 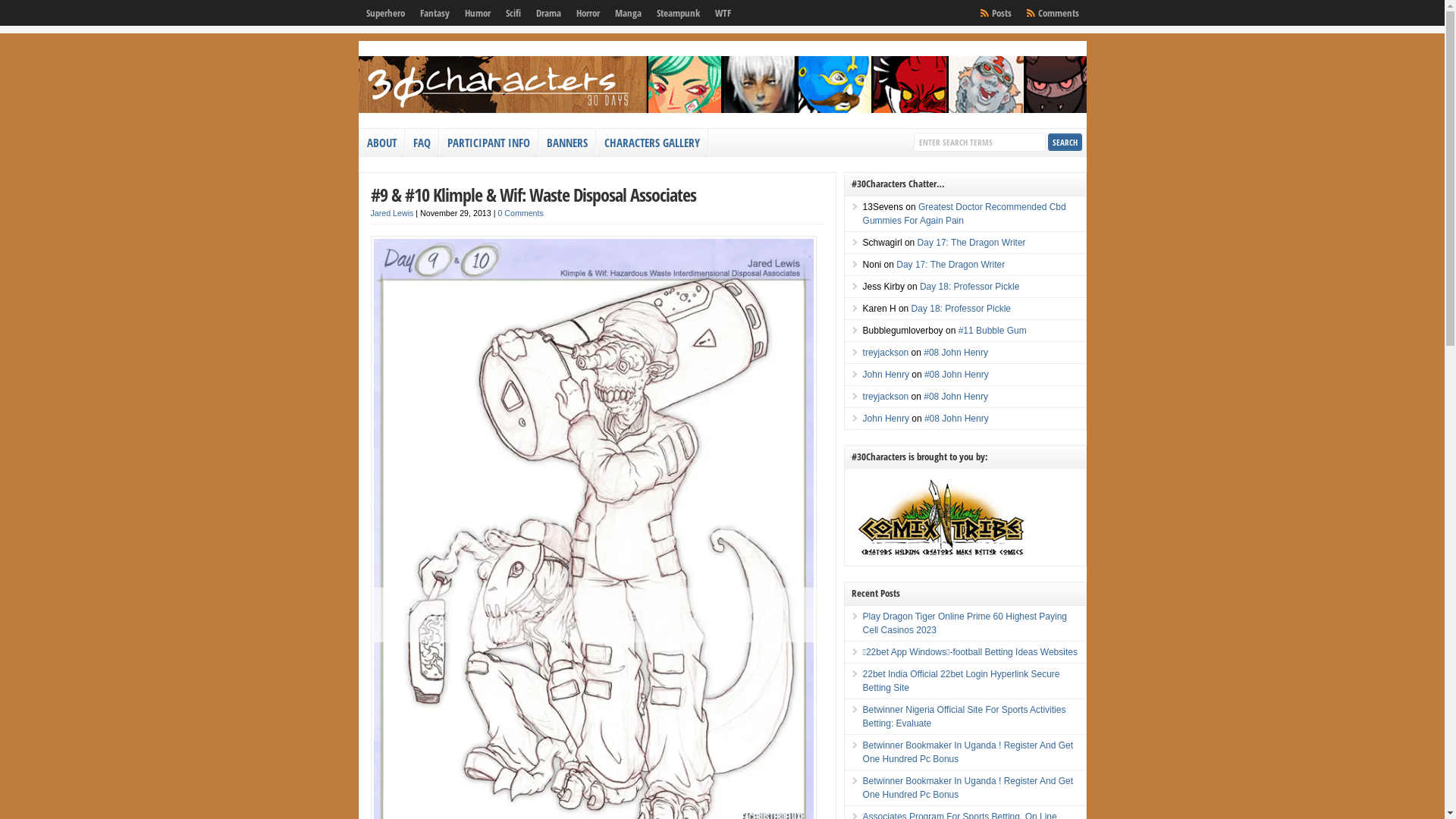 What do you see at coordinates (382, 143) in the screenshot?
I see `'ABOUT'` at bounding box center [382, 143].